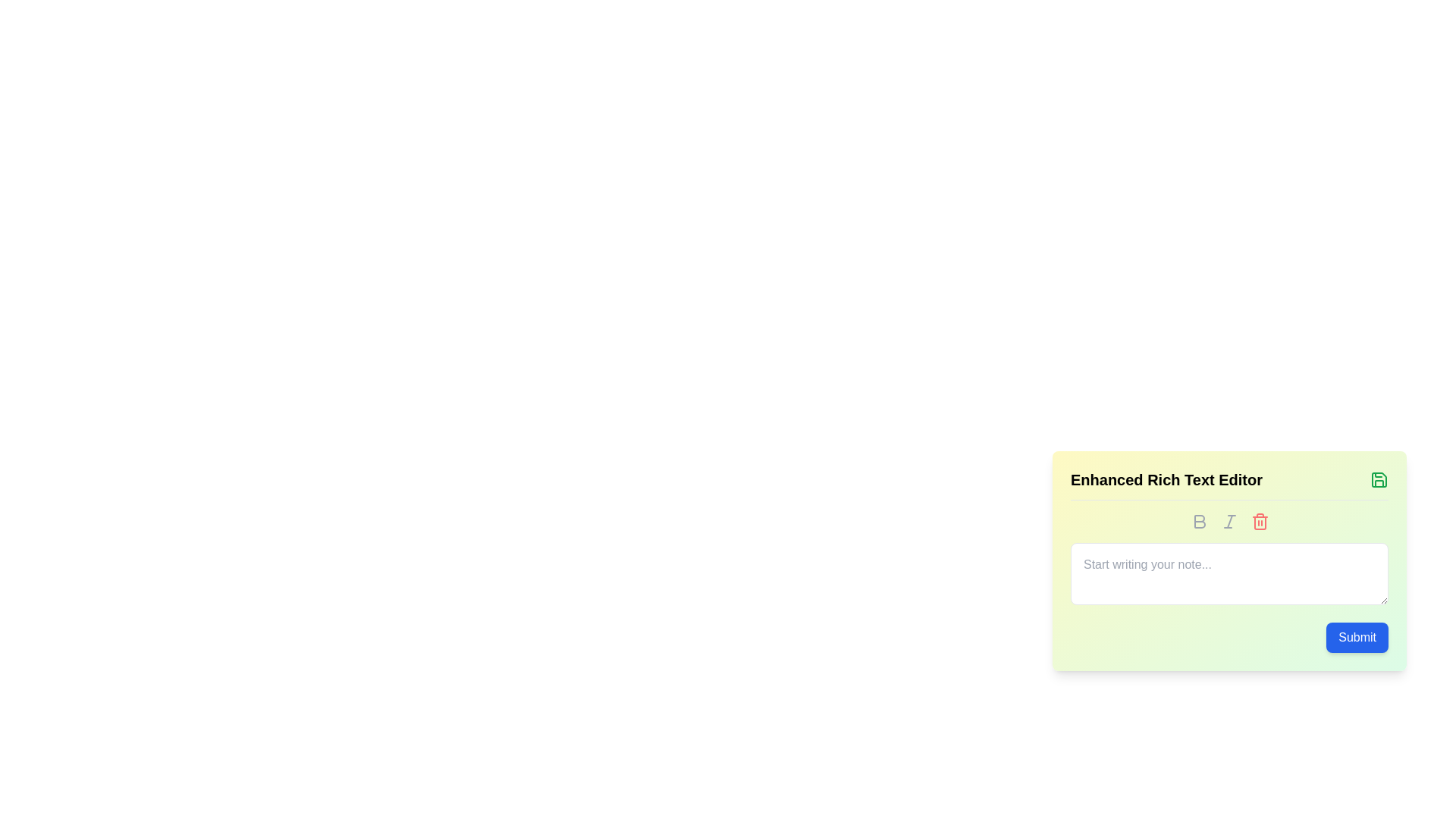 The height and width of the screenshot is (819, 1456). What do you see at coordinates (1229, 520) in the screenshot?
I see `the italic text action button, represented by a gray icon with an angled 'I' shape, located in the horizontal menu bar above the text input field` at bounding box center [1229, 520].